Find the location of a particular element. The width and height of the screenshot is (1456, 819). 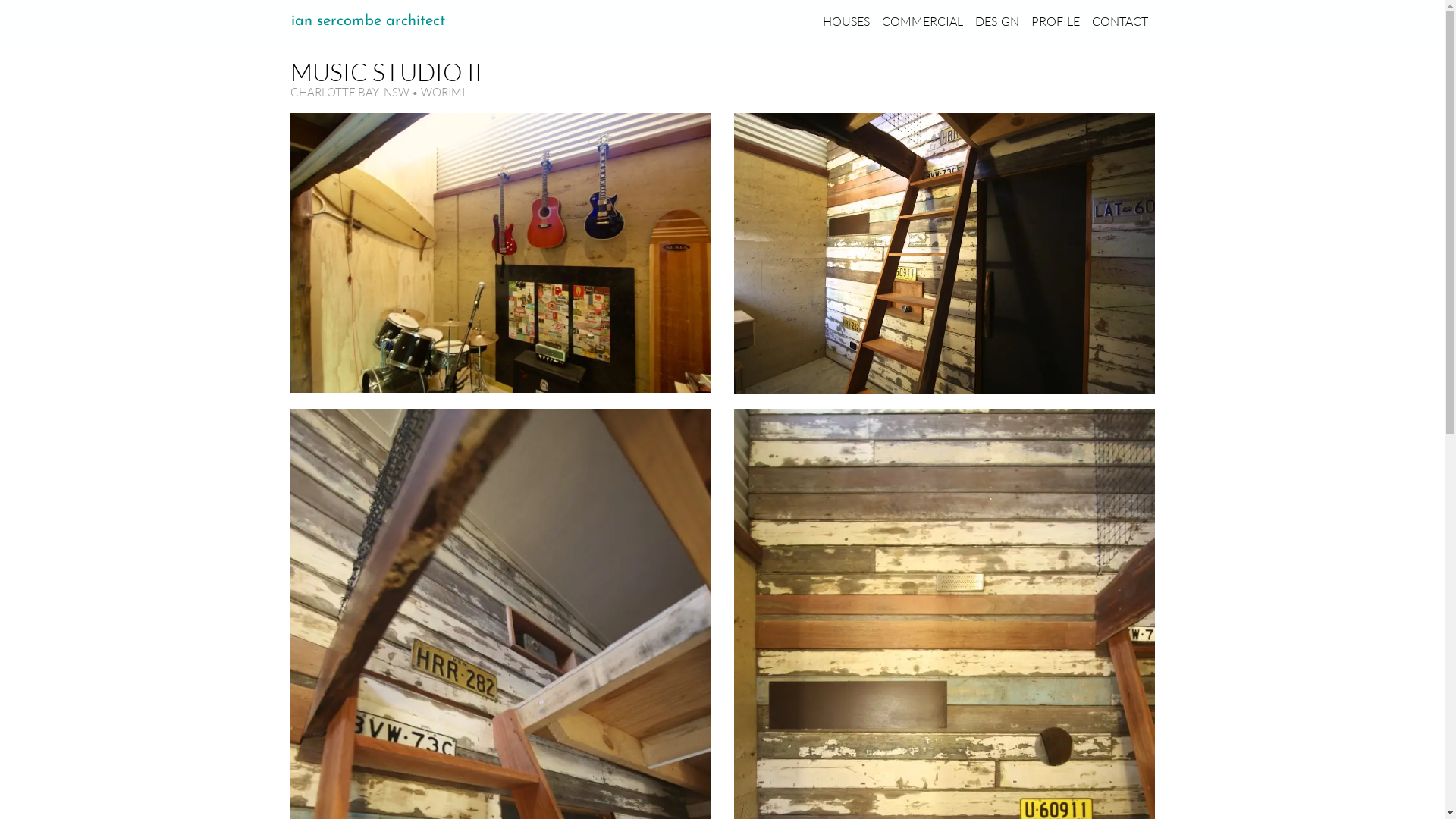

'CONTACT' is located at coordinates (1120, 20).